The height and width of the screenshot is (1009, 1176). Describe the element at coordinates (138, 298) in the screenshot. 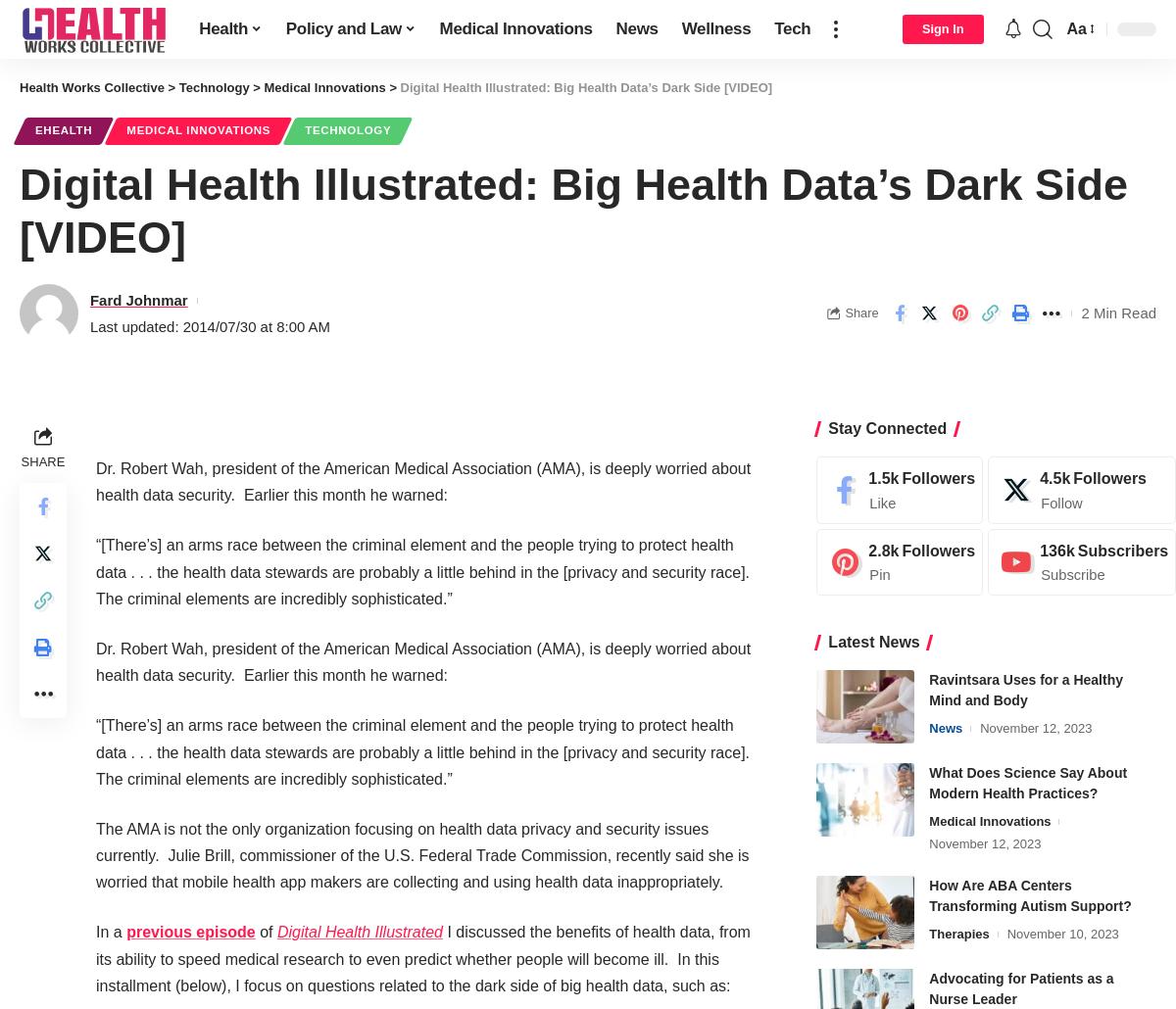

I see `'Fard Johnmar'` at that location.